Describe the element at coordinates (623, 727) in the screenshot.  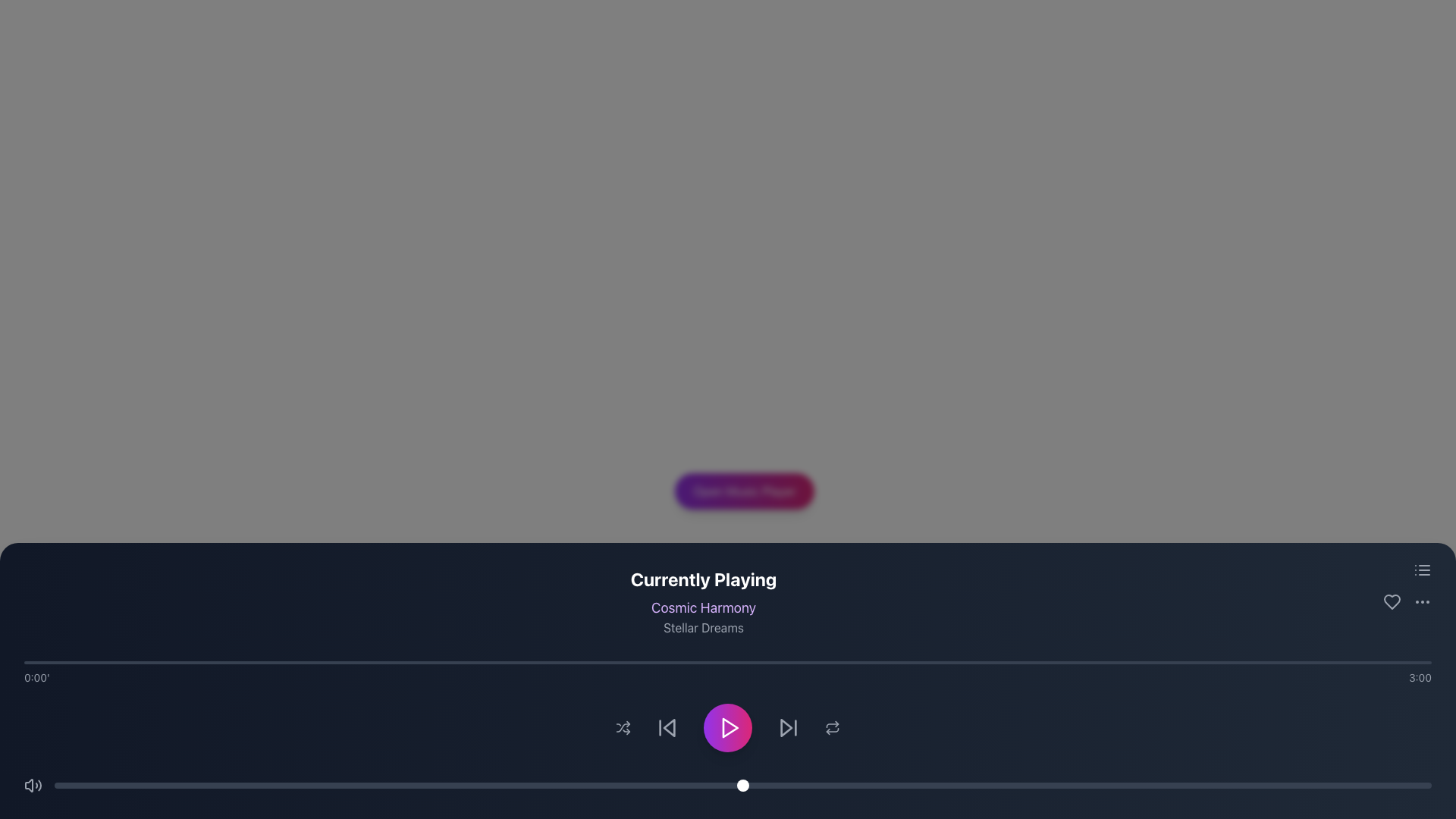
I see `the shuffle button, which is visually characterized by an icon of two intertwined arrows` at that location.